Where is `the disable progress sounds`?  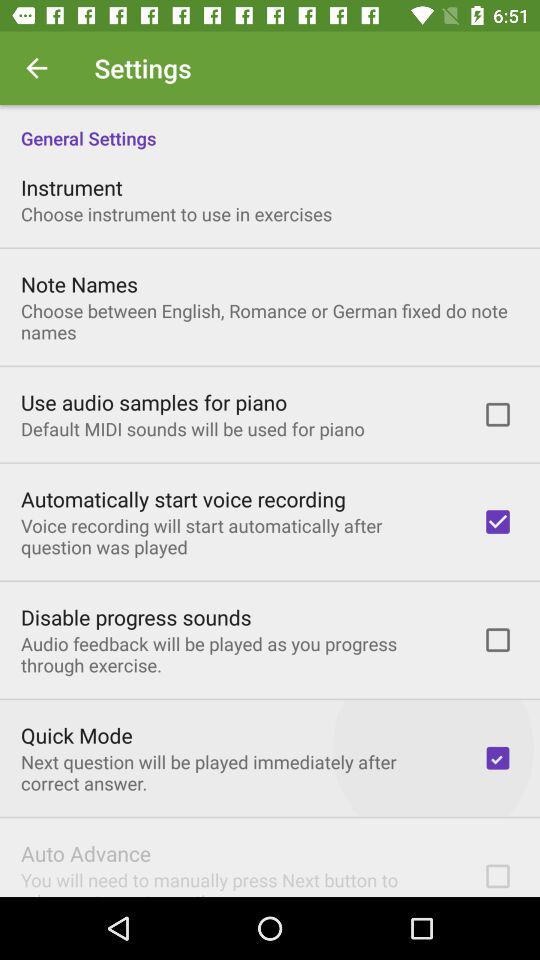 the disable progress sounds is located at coordinates (135, 616).